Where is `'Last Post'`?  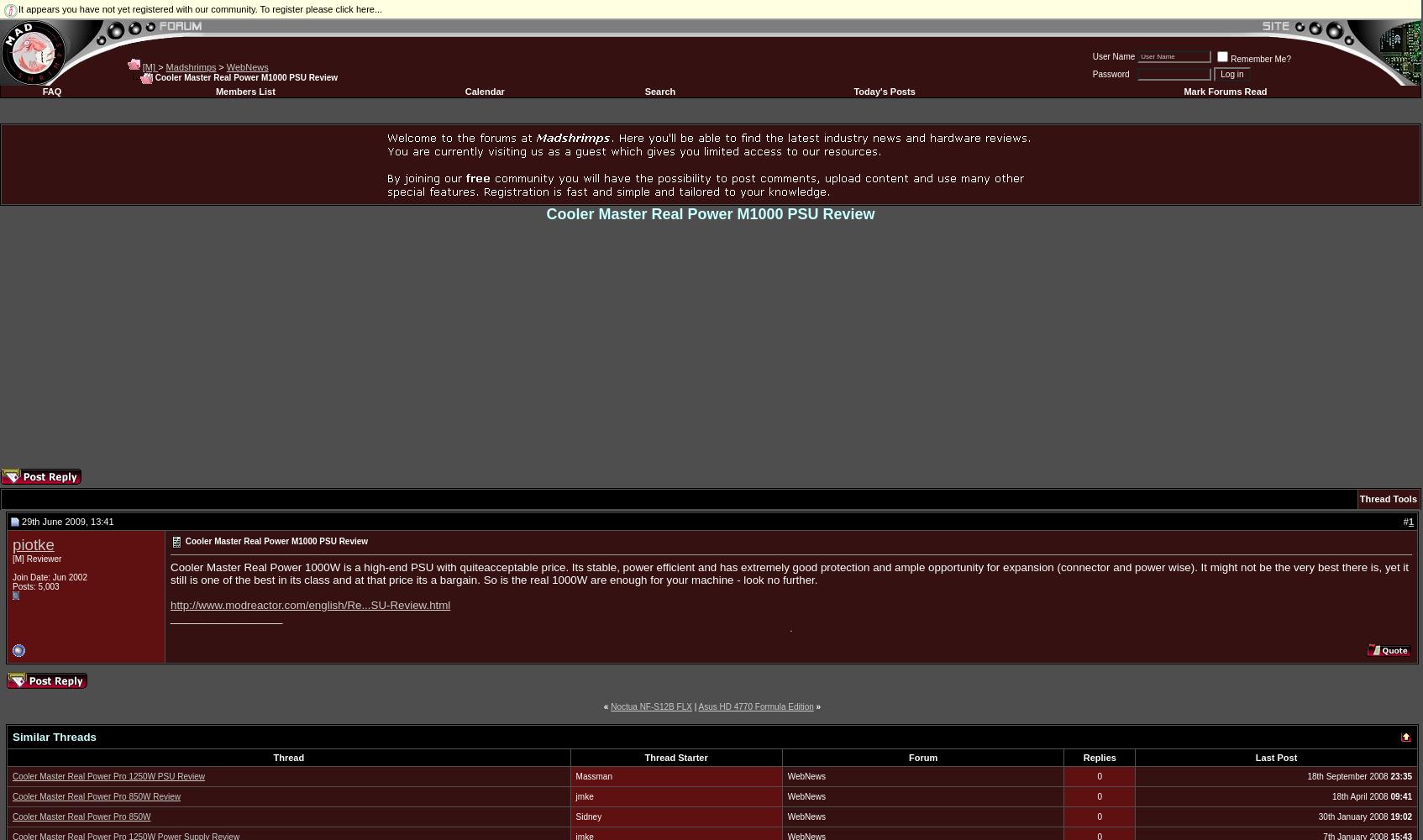 'Last Post' is located at coordinates (1276, 757).